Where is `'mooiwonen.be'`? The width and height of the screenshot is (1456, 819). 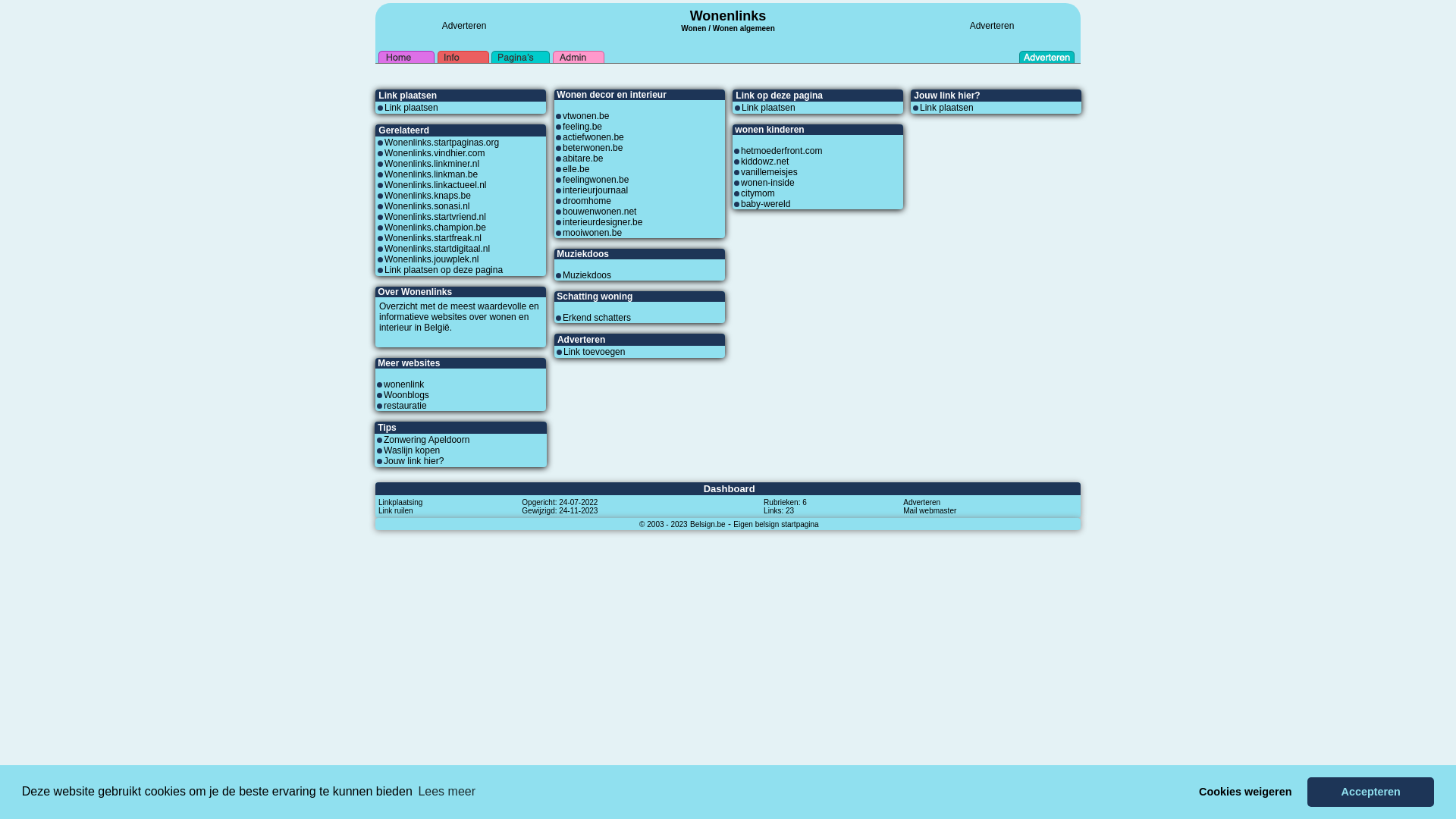
'mooiwonen.be' is located at coordinates (591, 233).